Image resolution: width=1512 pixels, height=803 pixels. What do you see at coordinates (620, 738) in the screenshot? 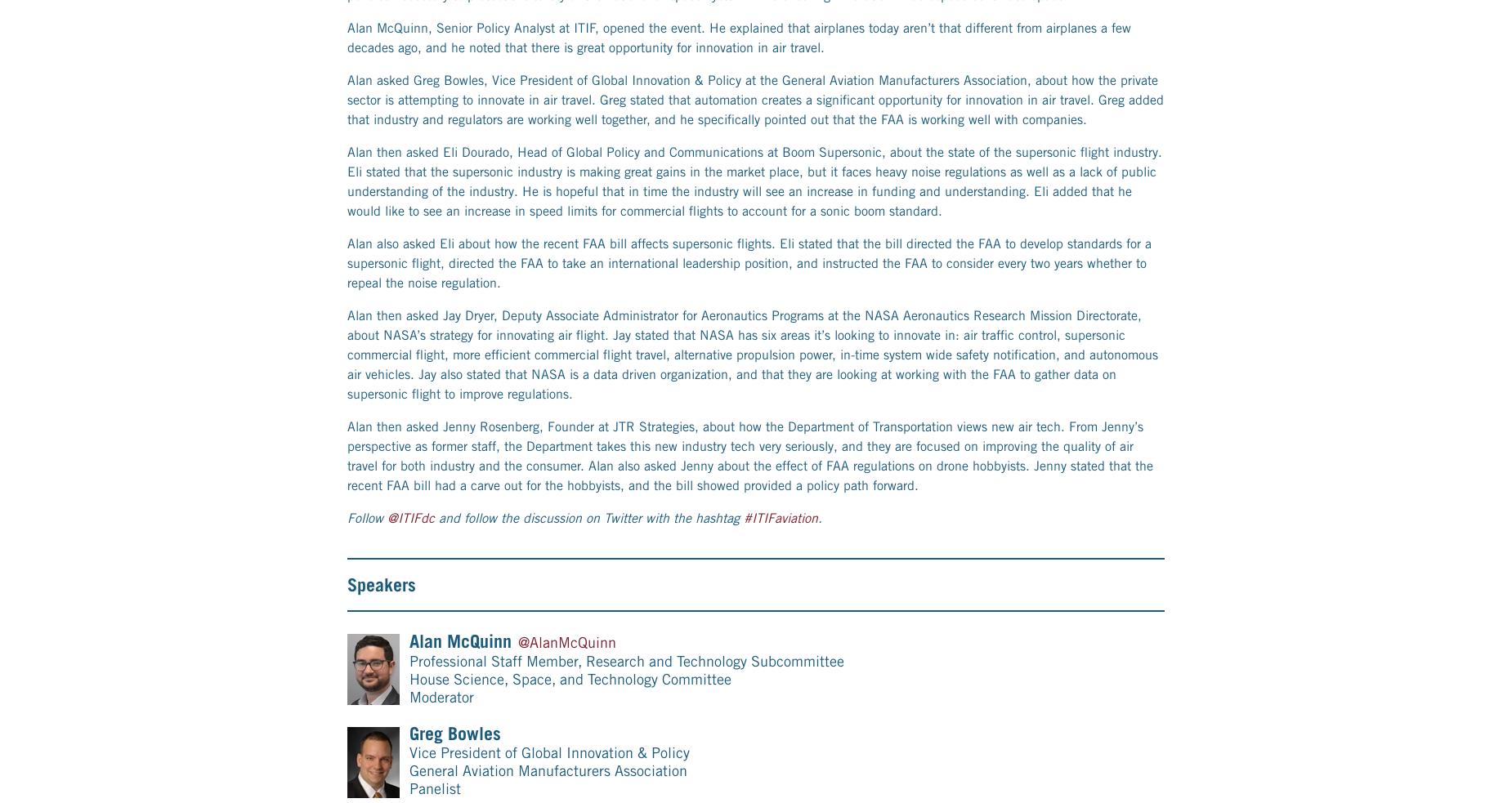
I see `'| (202) 449-1351'` at bounding box center [620, 738].